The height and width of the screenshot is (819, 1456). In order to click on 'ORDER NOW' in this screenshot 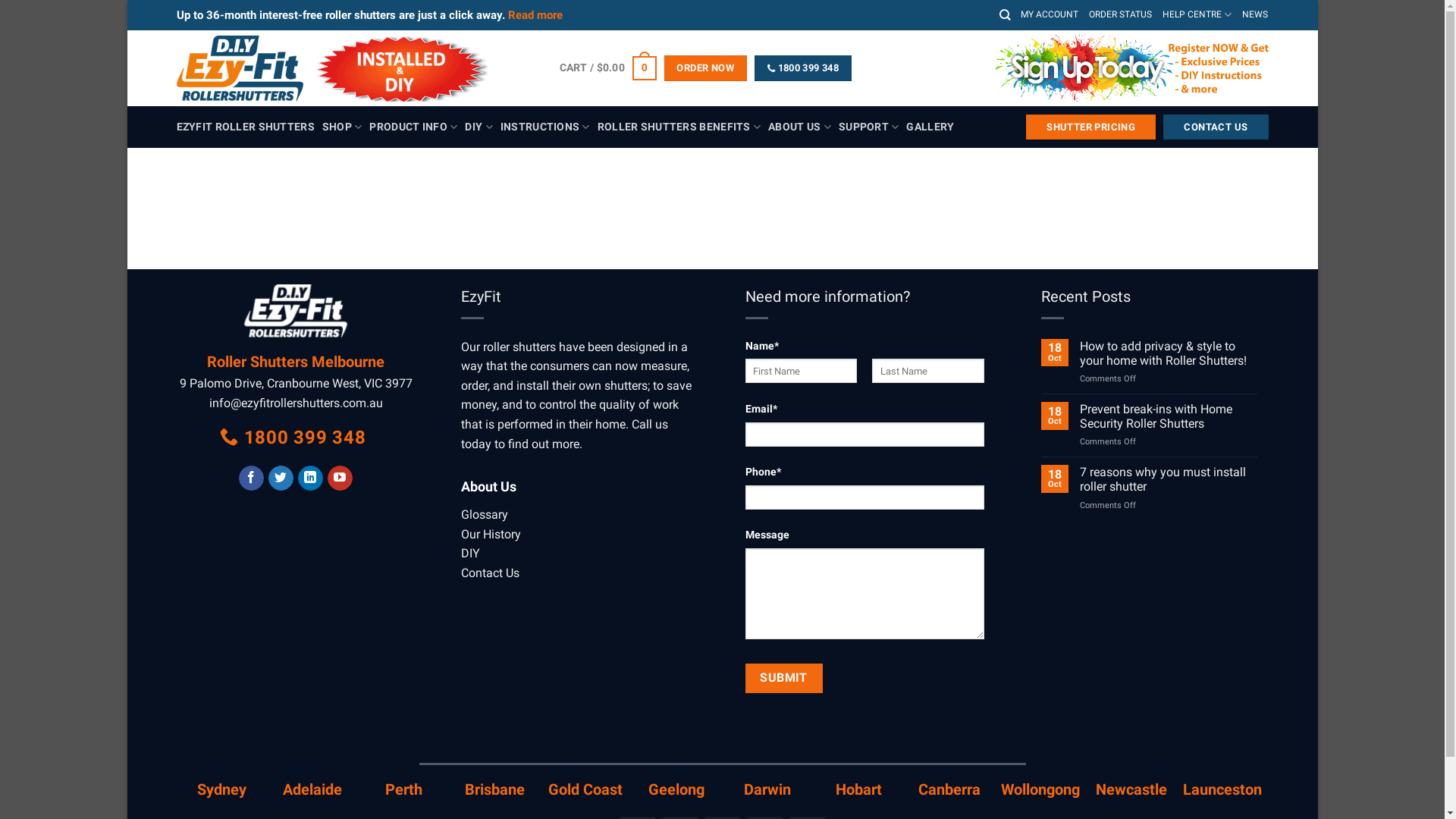, I will do `click(704, 67)`.